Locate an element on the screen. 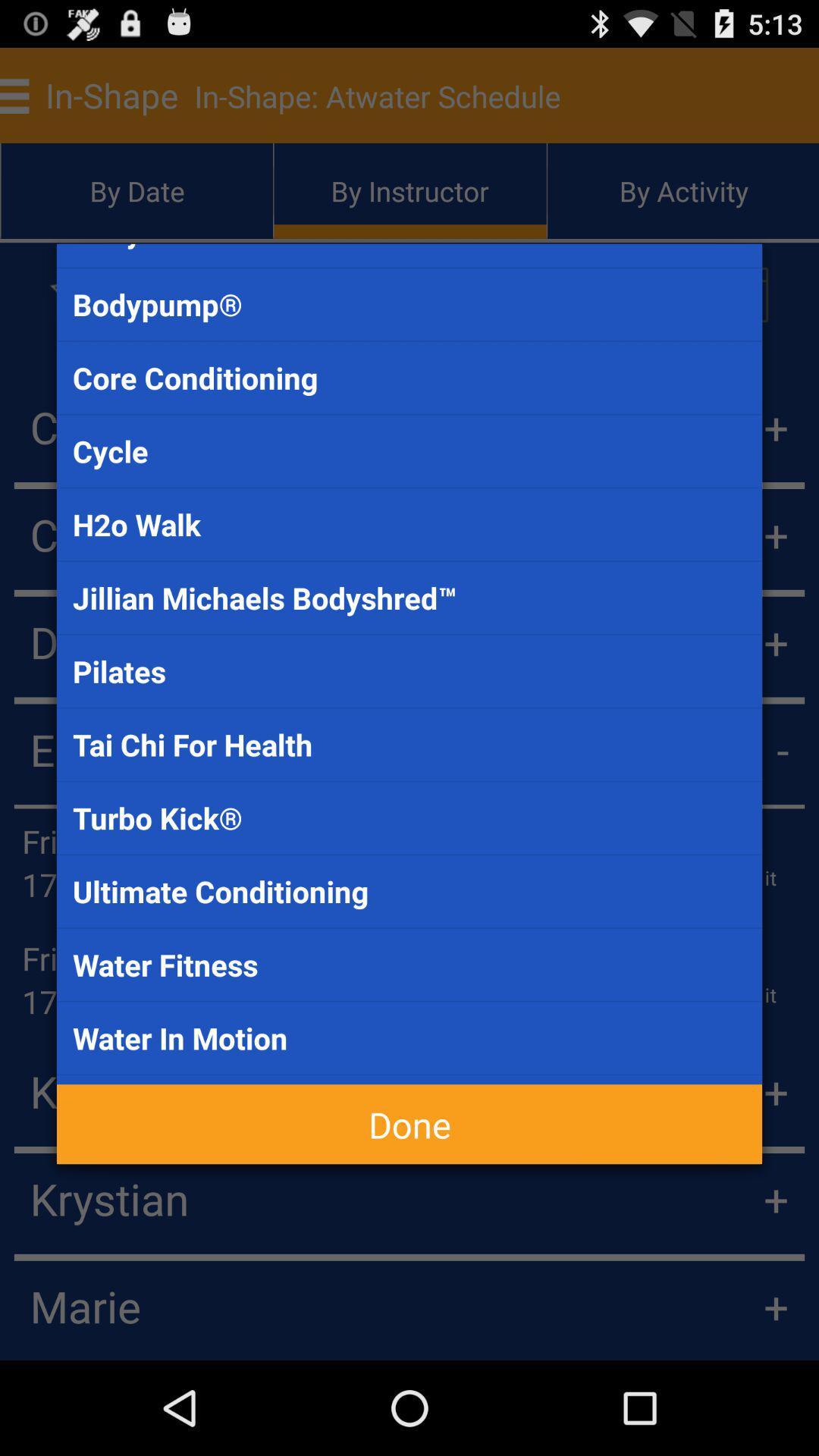 The width and height of the screenshot is (819, 1456). app above the pilates is located at coordinates (409, 597).